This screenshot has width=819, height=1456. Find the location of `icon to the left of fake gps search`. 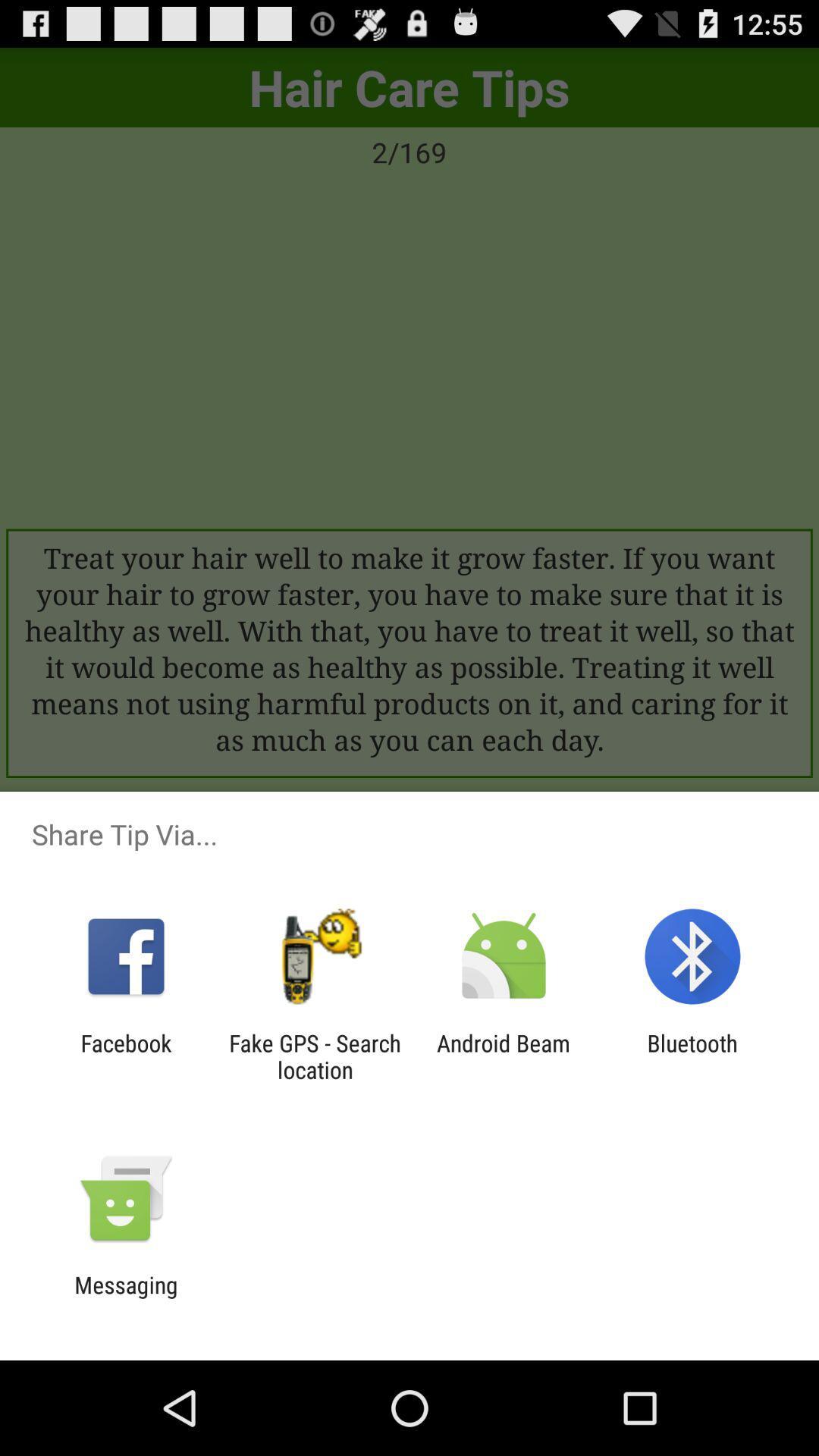

icon to the left of fake gps search is located at coordinates (125, 1056).